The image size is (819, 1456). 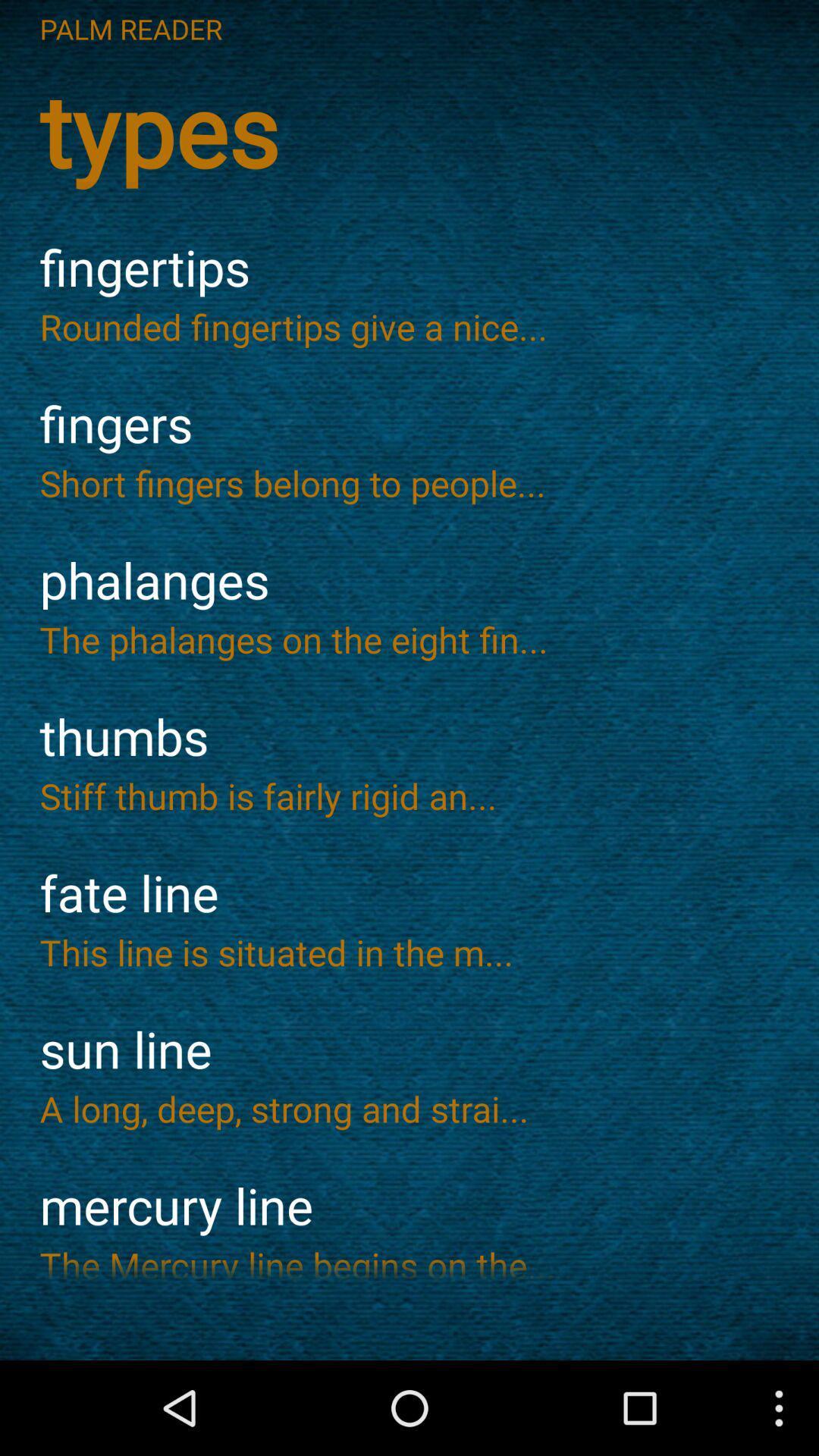 I want to click on item above the sun line app, so click(x=409, y=951).